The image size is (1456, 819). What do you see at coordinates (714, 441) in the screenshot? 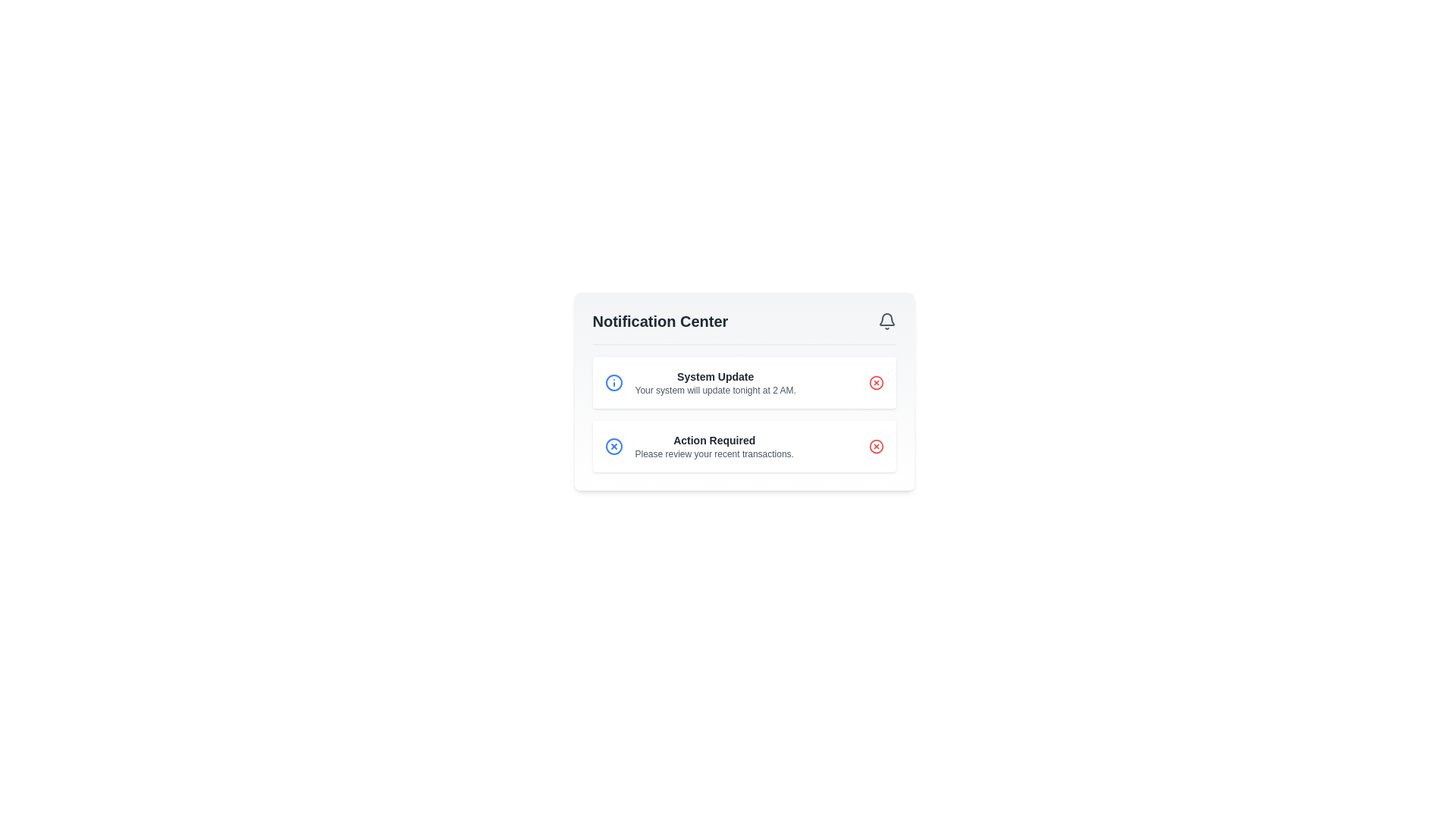
I see `the Text label that serves as the title for the notification in the second row of notifications, located at the top-left corner of its card` at bounding box center [714, 441].